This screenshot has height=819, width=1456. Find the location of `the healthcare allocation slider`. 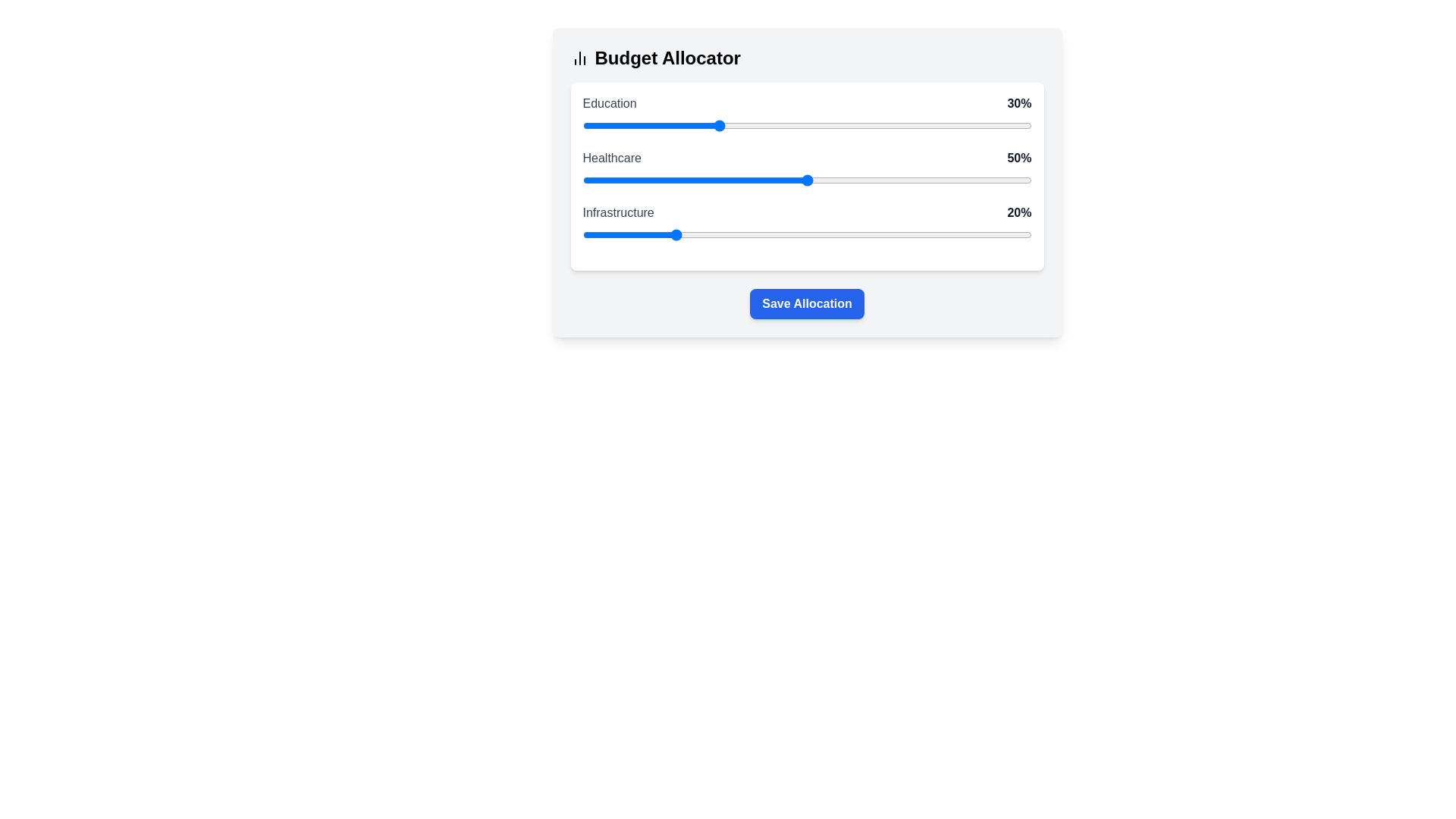

the healthcare allocation slider is located at coordinates (829, 180).